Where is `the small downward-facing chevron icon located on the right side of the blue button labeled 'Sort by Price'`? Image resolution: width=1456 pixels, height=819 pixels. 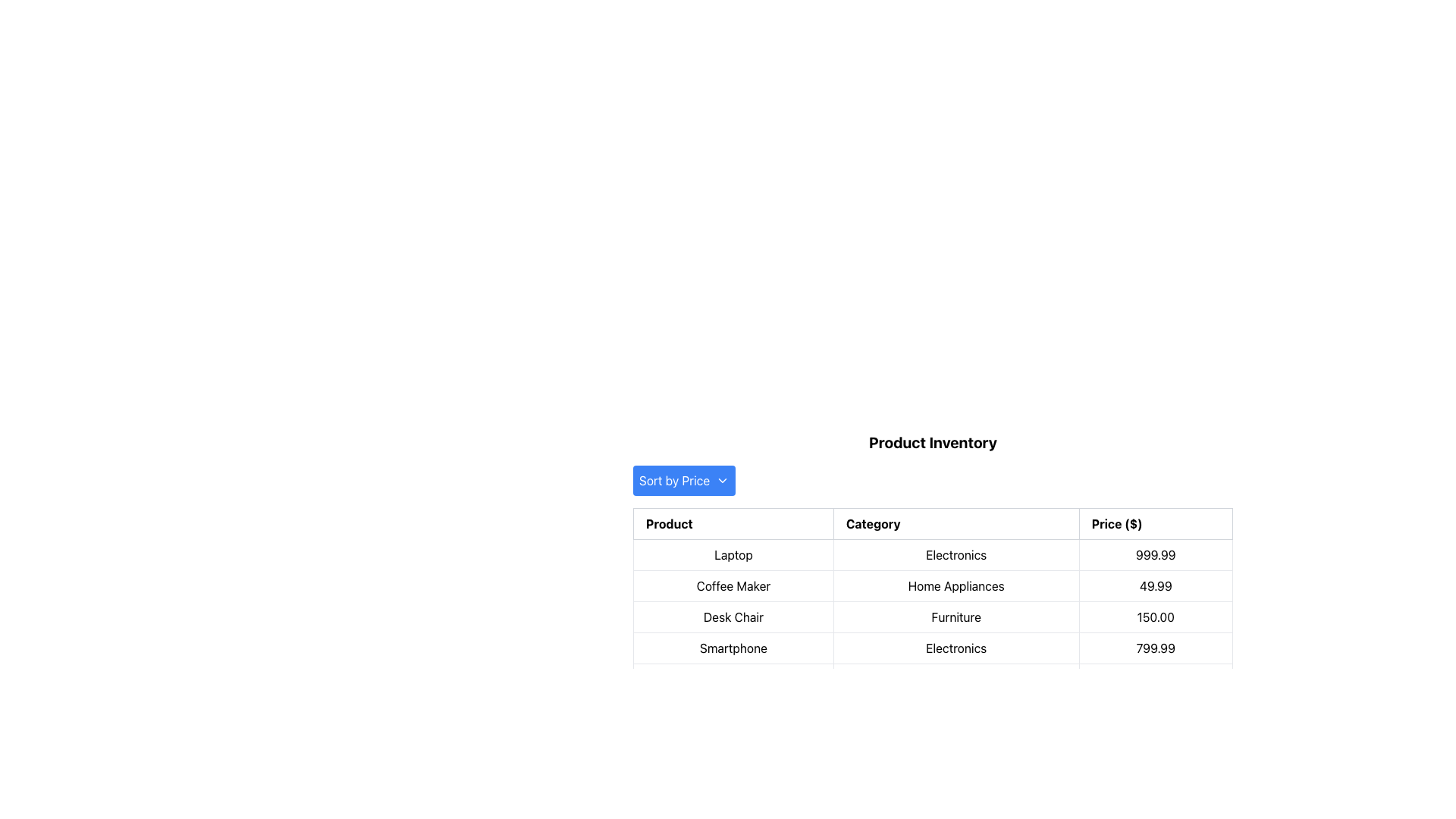
the small downward-facing chevron icon located on the right side of the blue button labeled 'Sort by Price' is located at coordinates (722, 480).